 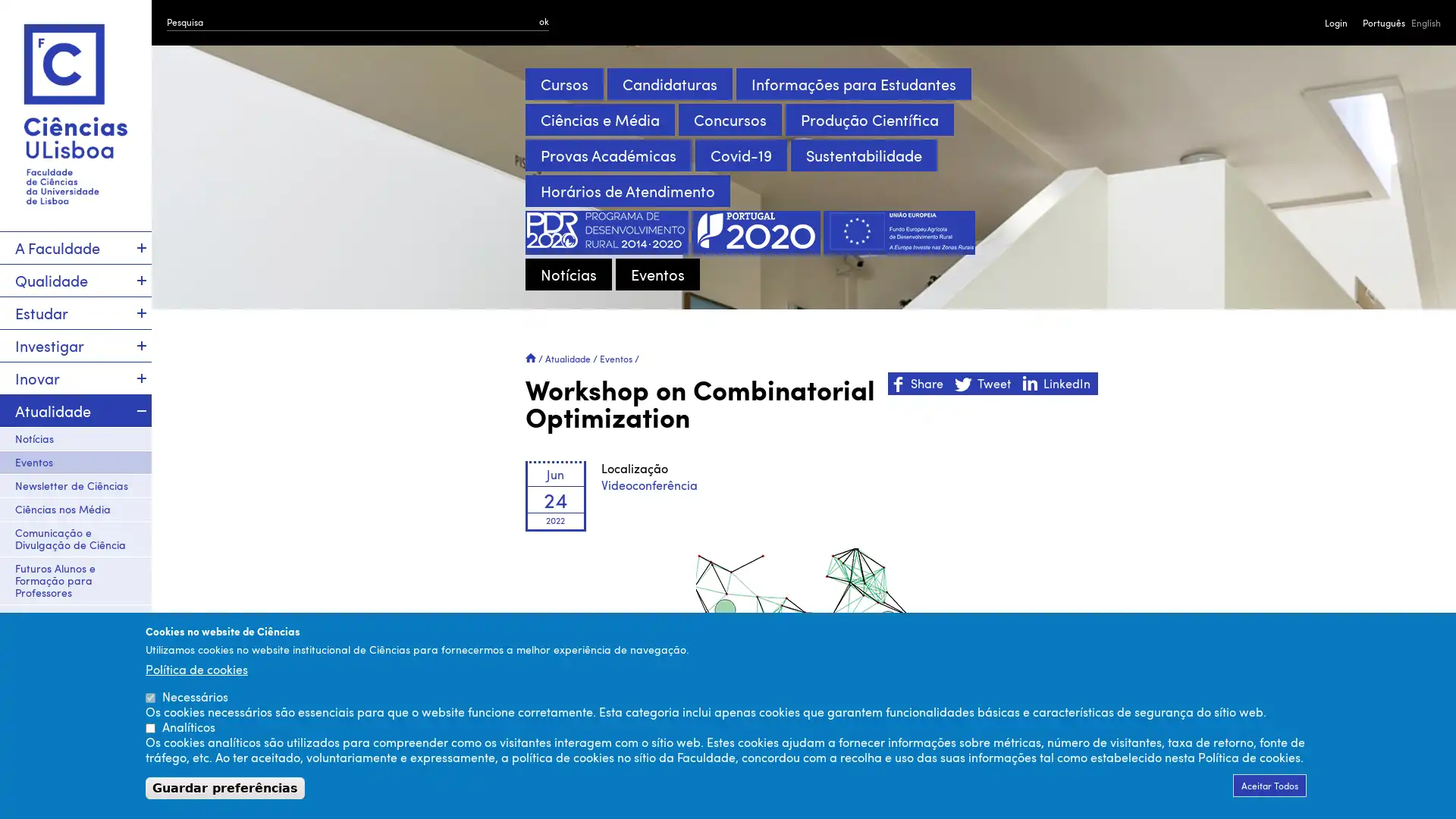 I want to click on Guardar preferencias, so click(x=224, y=787).